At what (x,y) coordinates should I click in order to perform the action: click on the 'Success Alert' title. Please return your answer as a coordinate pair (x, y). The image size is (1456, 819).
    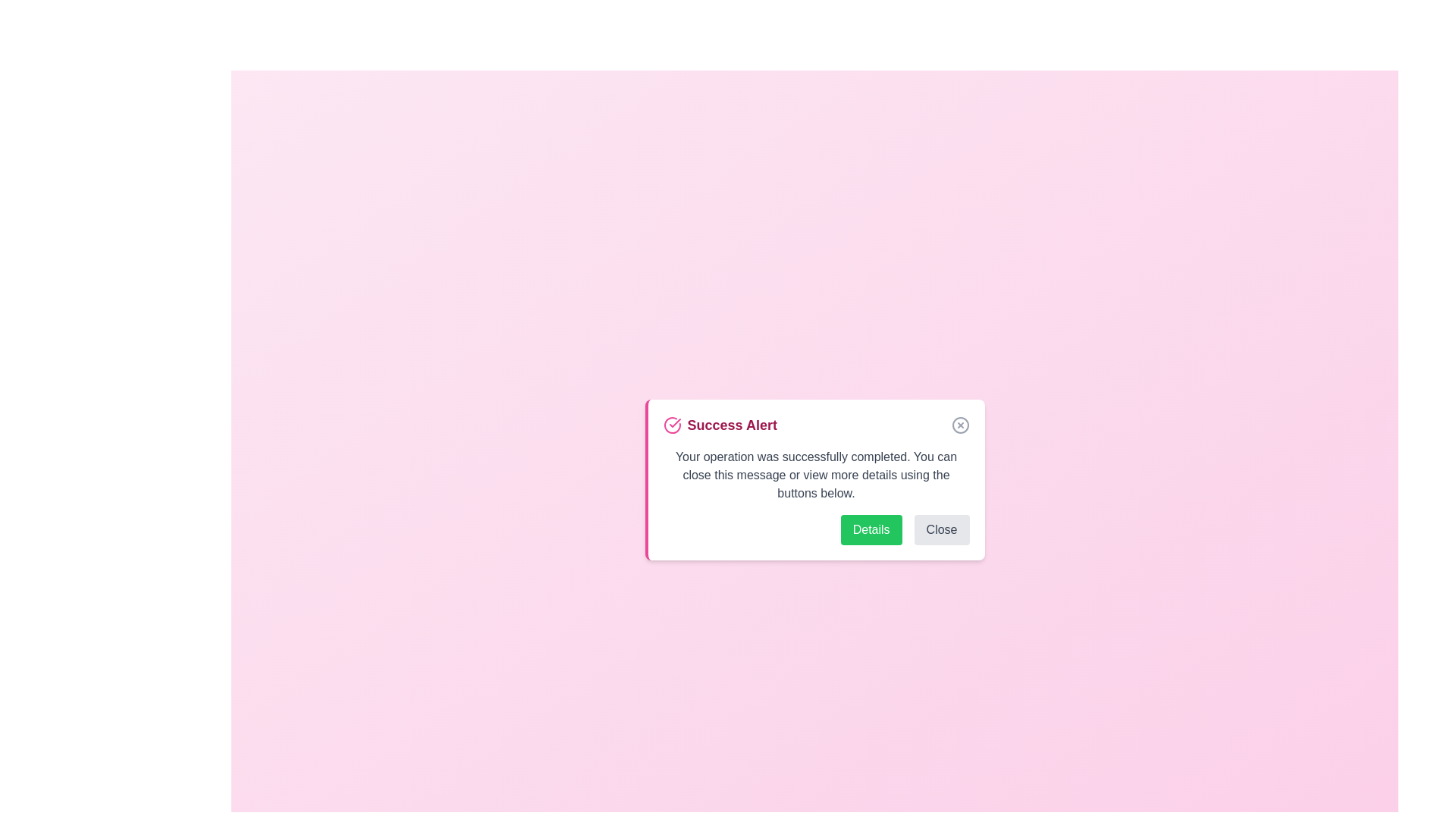
    Looking at the image, I should click on (732, 425).